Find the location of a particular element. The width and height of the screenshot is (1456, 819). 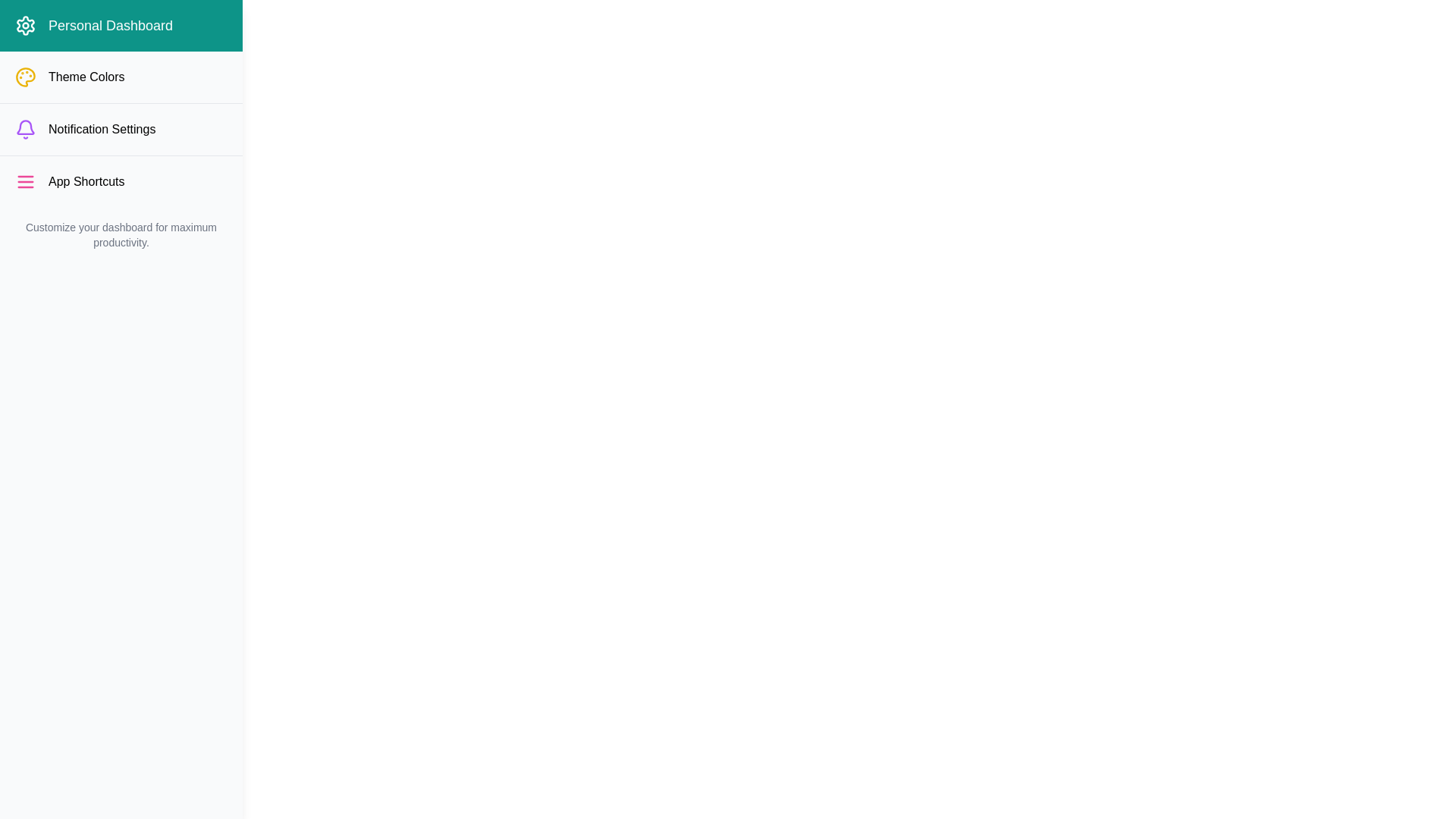

the menu item Notification Settings in the DashboardCustomizerDrawer is located at coordinates (120, 128).